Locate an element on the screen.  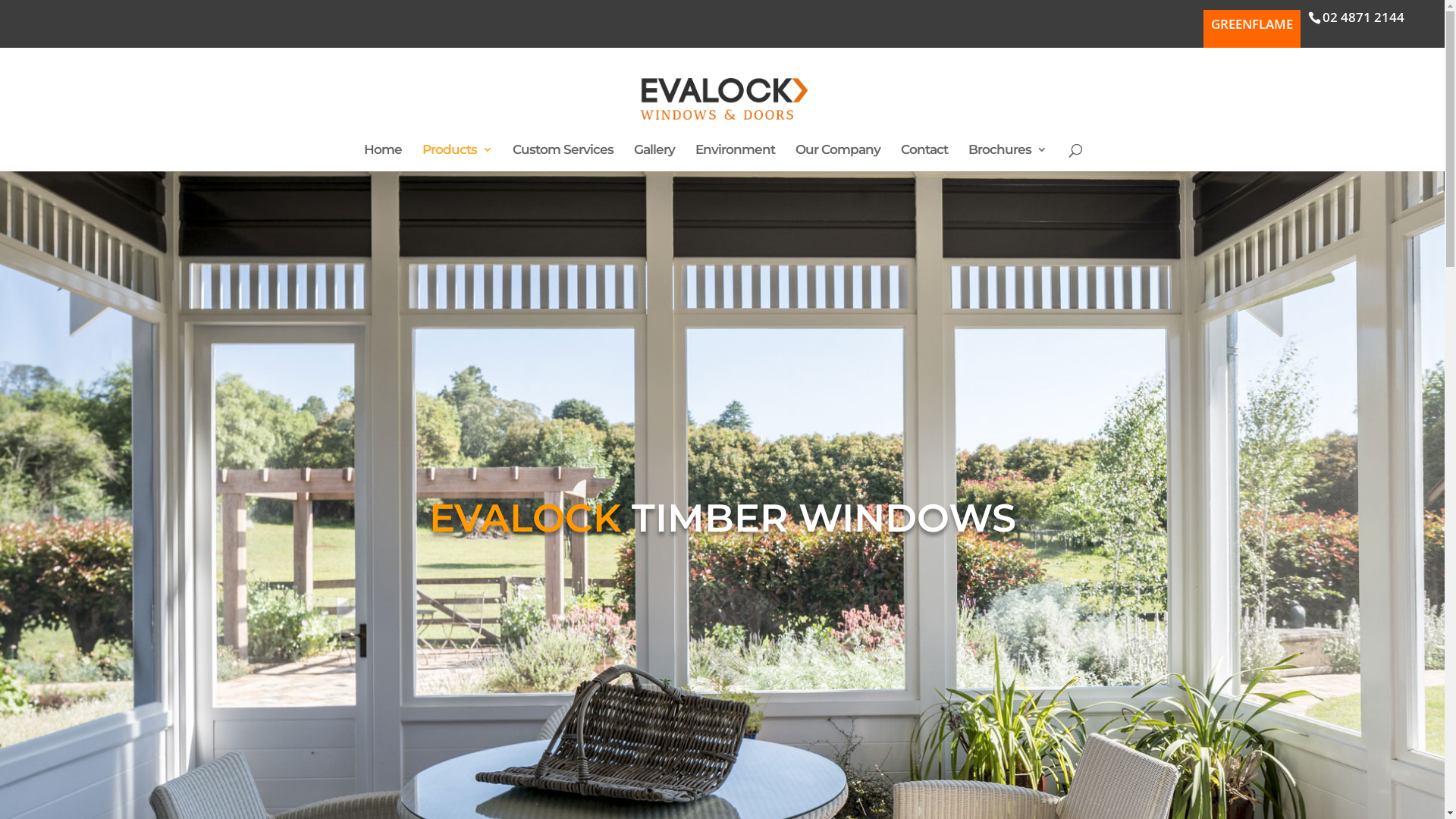
'Our Company' is located at coordinates (795, 158).